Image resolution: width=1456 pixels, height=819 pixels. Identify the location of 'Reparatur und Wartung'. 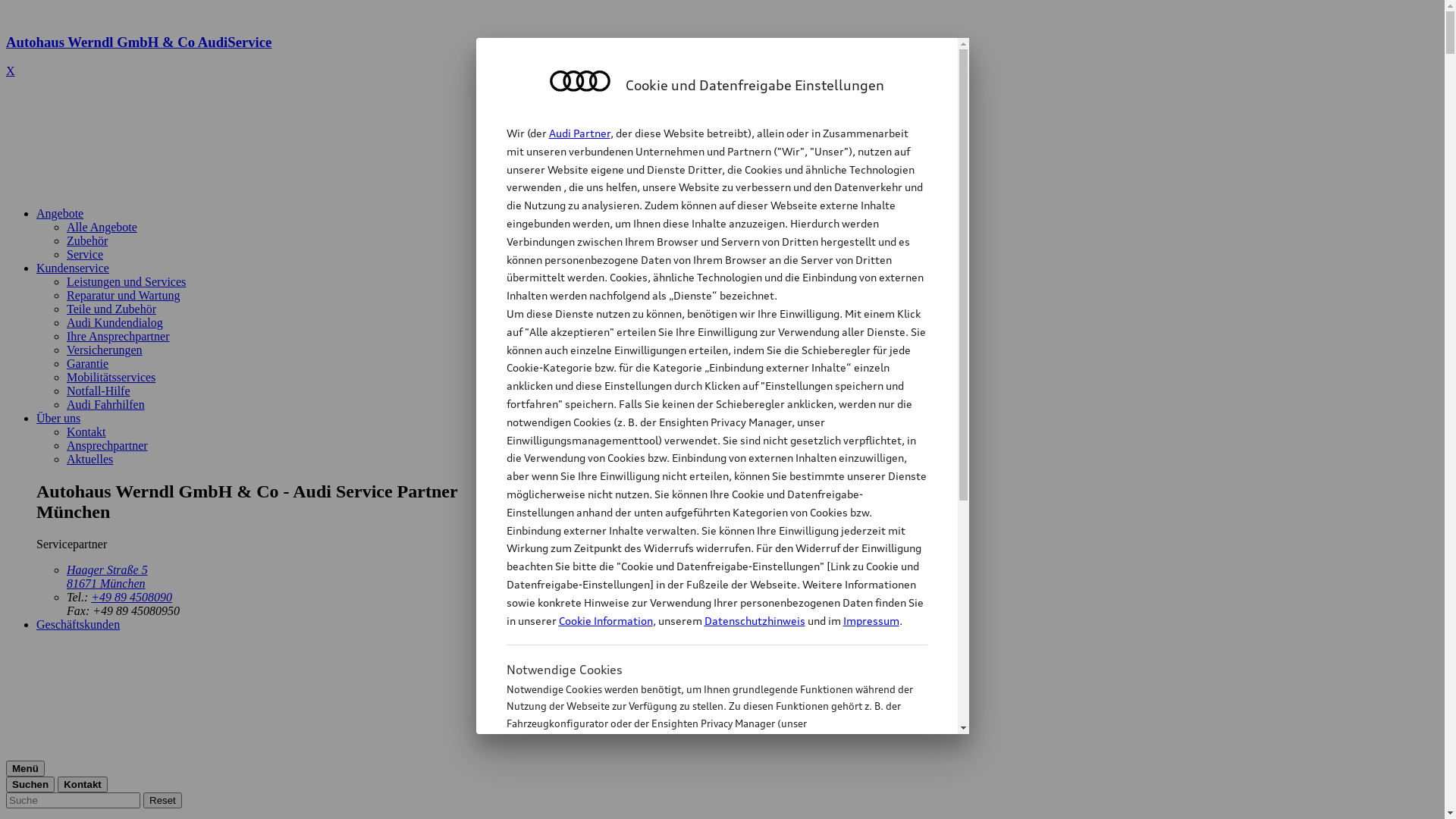
(123, 295).